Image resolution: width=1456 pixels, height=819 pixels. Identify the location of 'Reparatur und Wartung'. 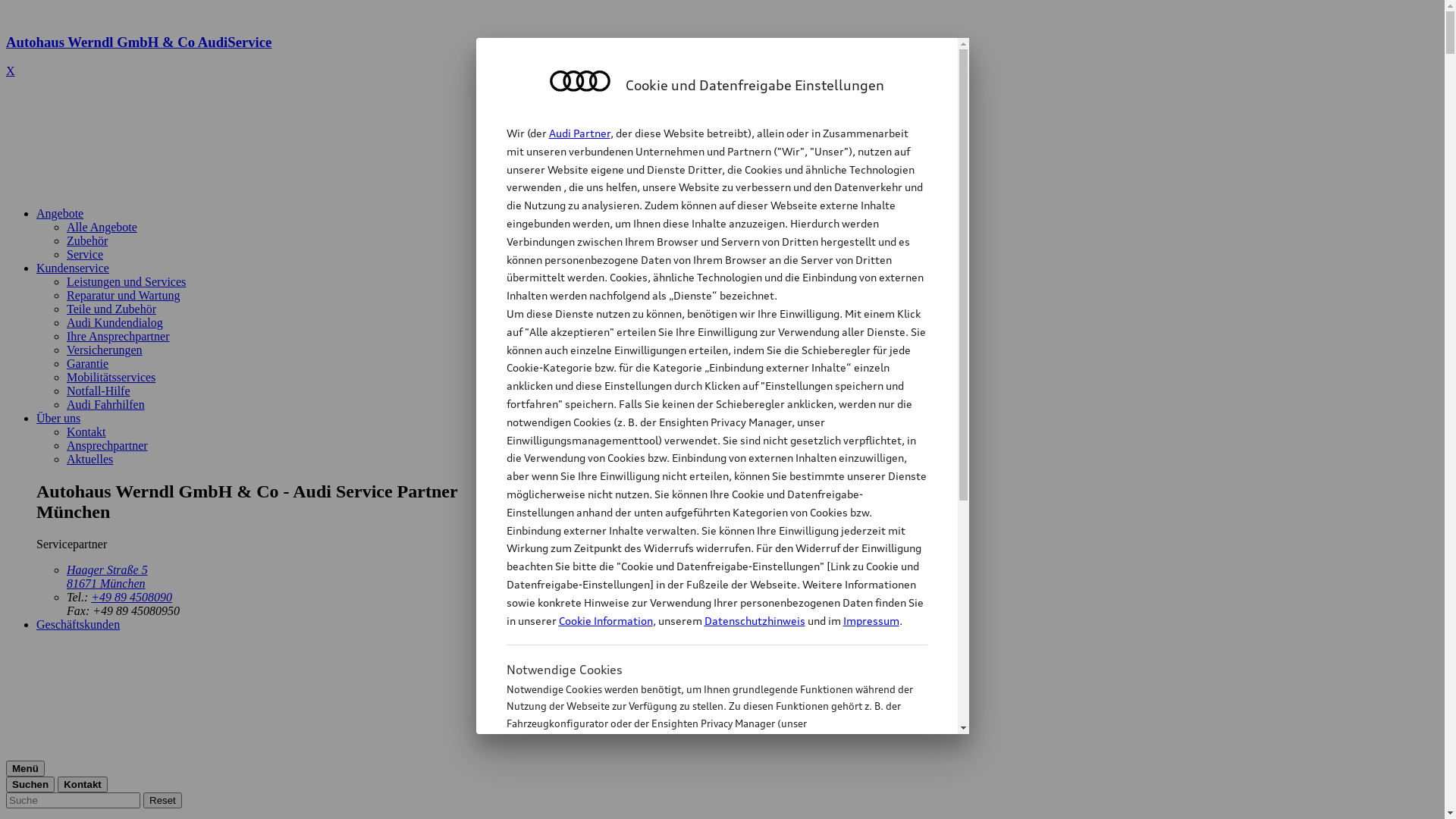
(123, 295).